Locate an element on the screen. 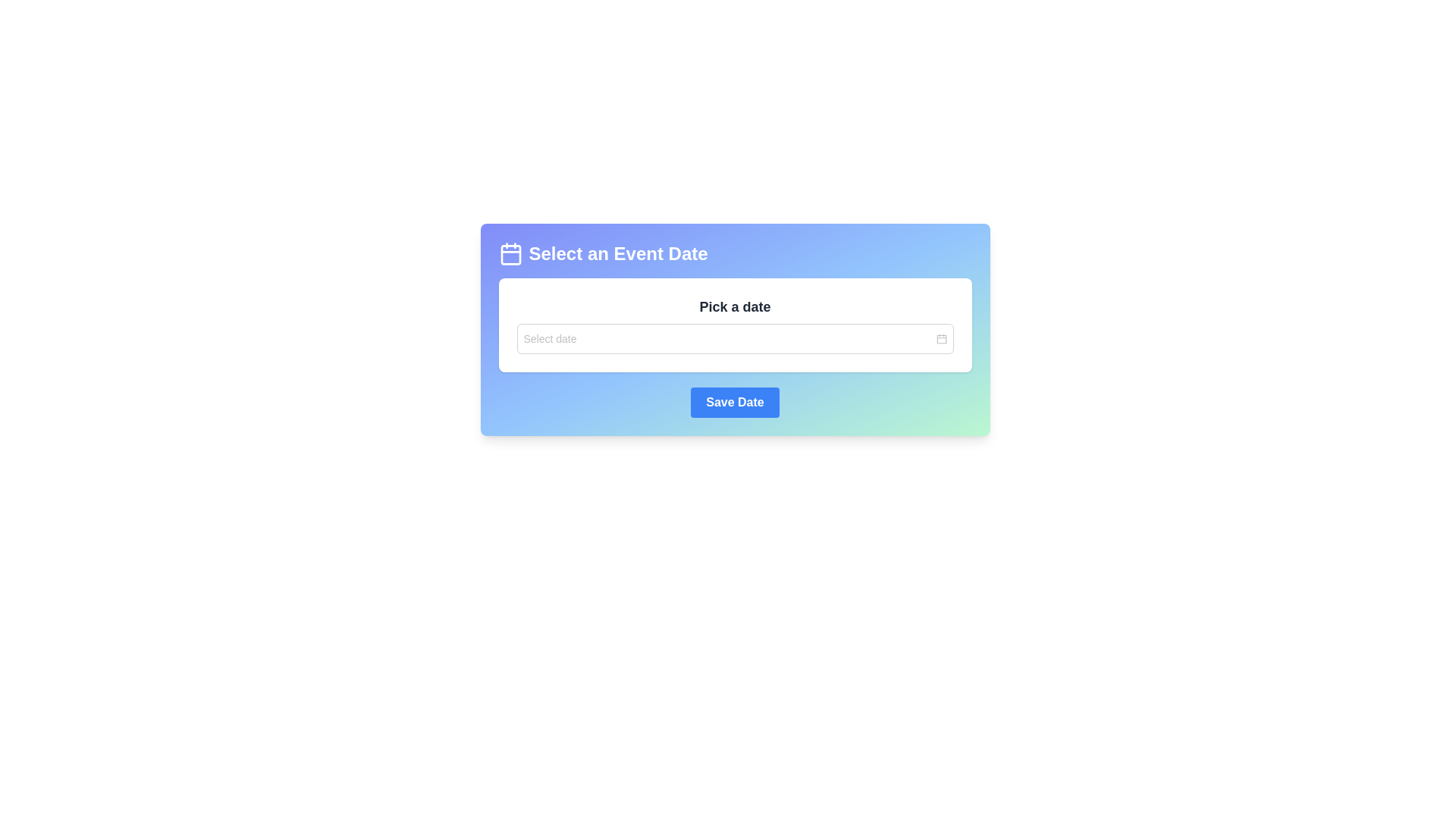  the calendar icon located at the rightmost position within the suffix section of the date picker input field is located at coordinates (940, 338).